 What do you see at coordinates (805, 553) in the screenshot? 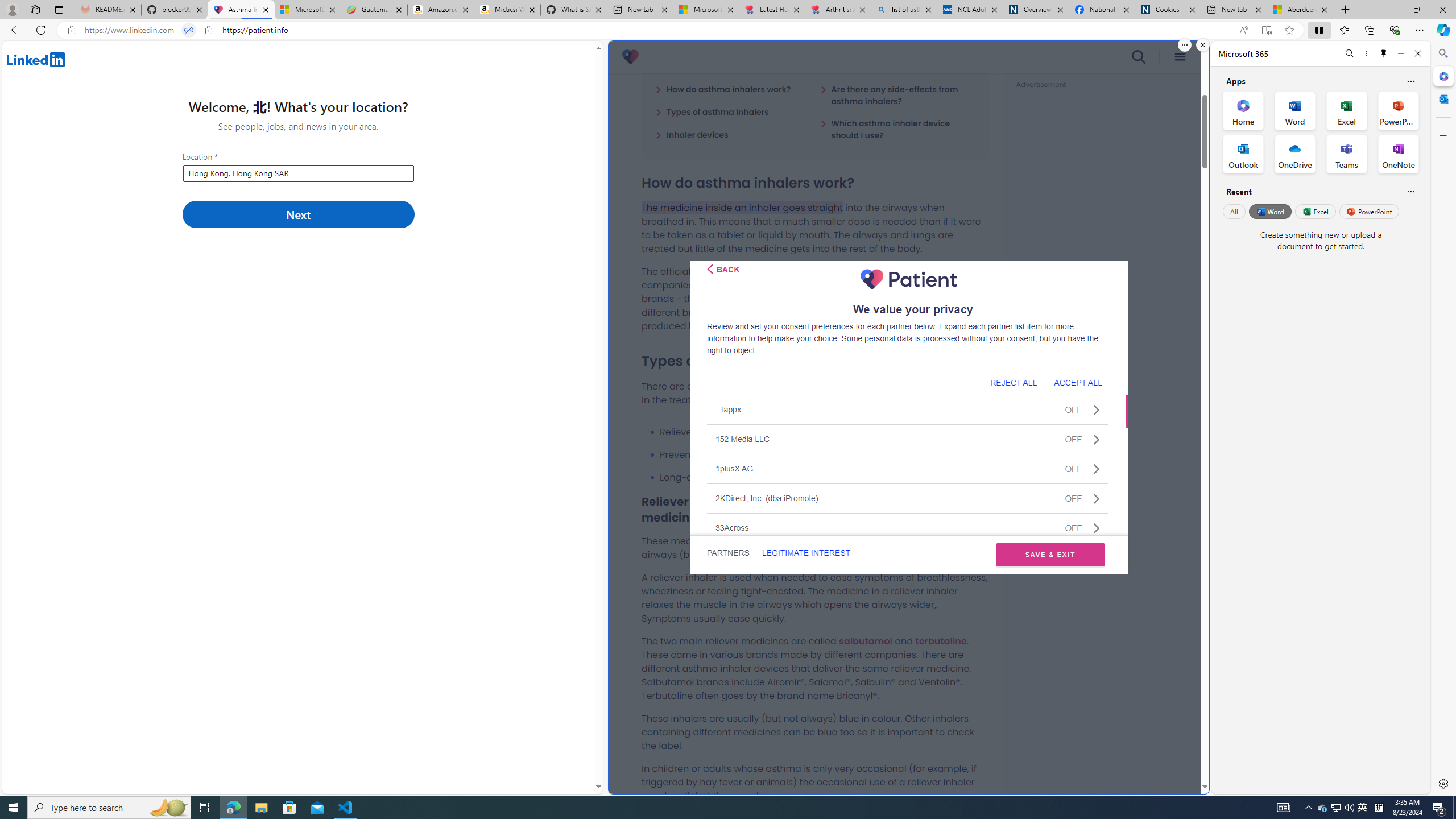
I see `'LEGITIMATE INTEREST'` at bounding box center [805, 553].